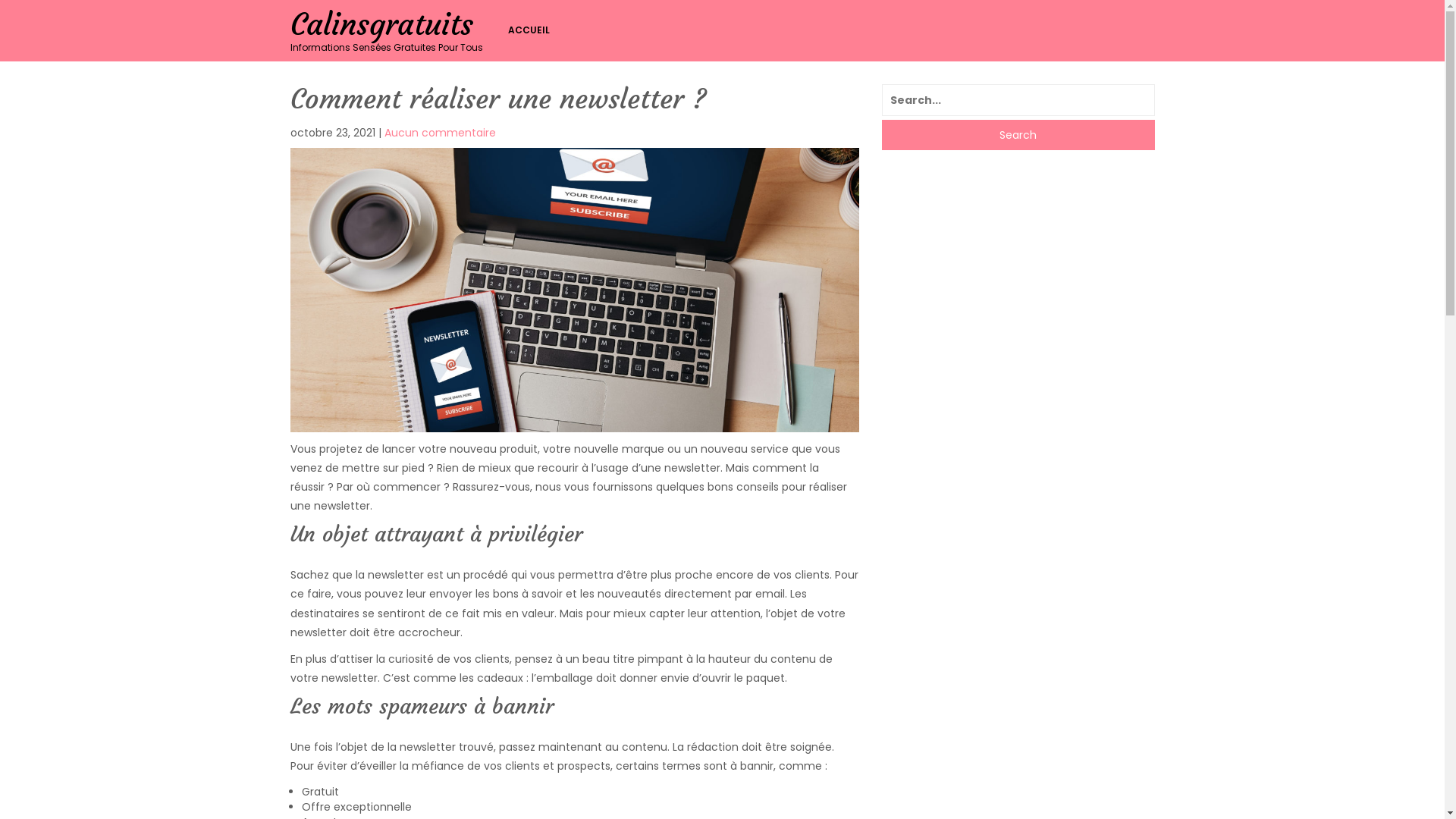  What do you see at coordinates (532, 30) in the screenshot?
I see `'ACCUEIL'` at bounding box center [532, 30].